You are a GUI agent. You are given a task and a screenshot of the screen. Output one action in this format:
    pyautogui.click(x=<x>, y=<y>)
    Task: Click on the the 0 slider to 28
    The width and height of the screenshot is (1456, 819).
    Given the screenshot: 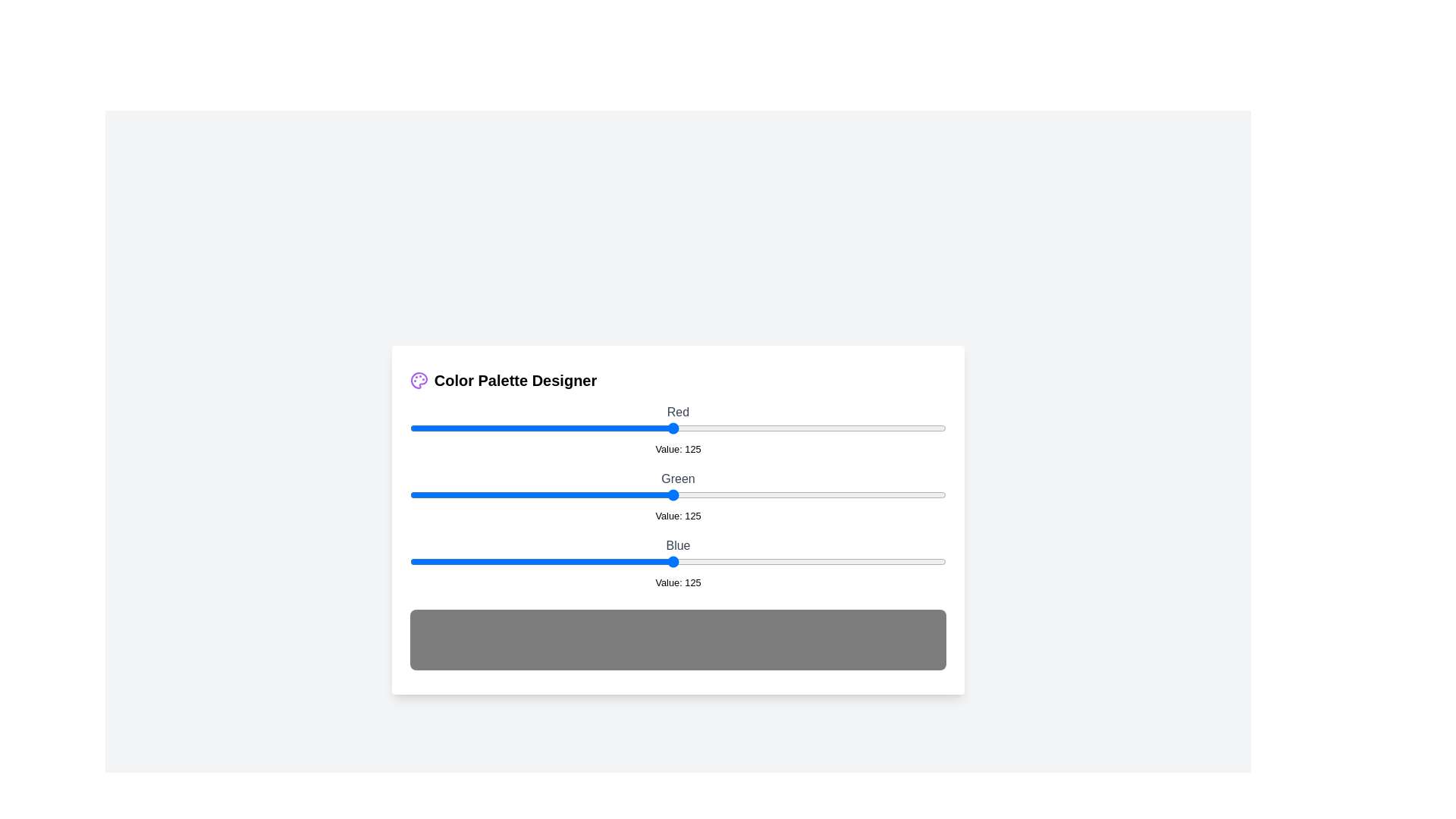 What is the action you would take?
    pyautogui.click(x=468, y=428)
    